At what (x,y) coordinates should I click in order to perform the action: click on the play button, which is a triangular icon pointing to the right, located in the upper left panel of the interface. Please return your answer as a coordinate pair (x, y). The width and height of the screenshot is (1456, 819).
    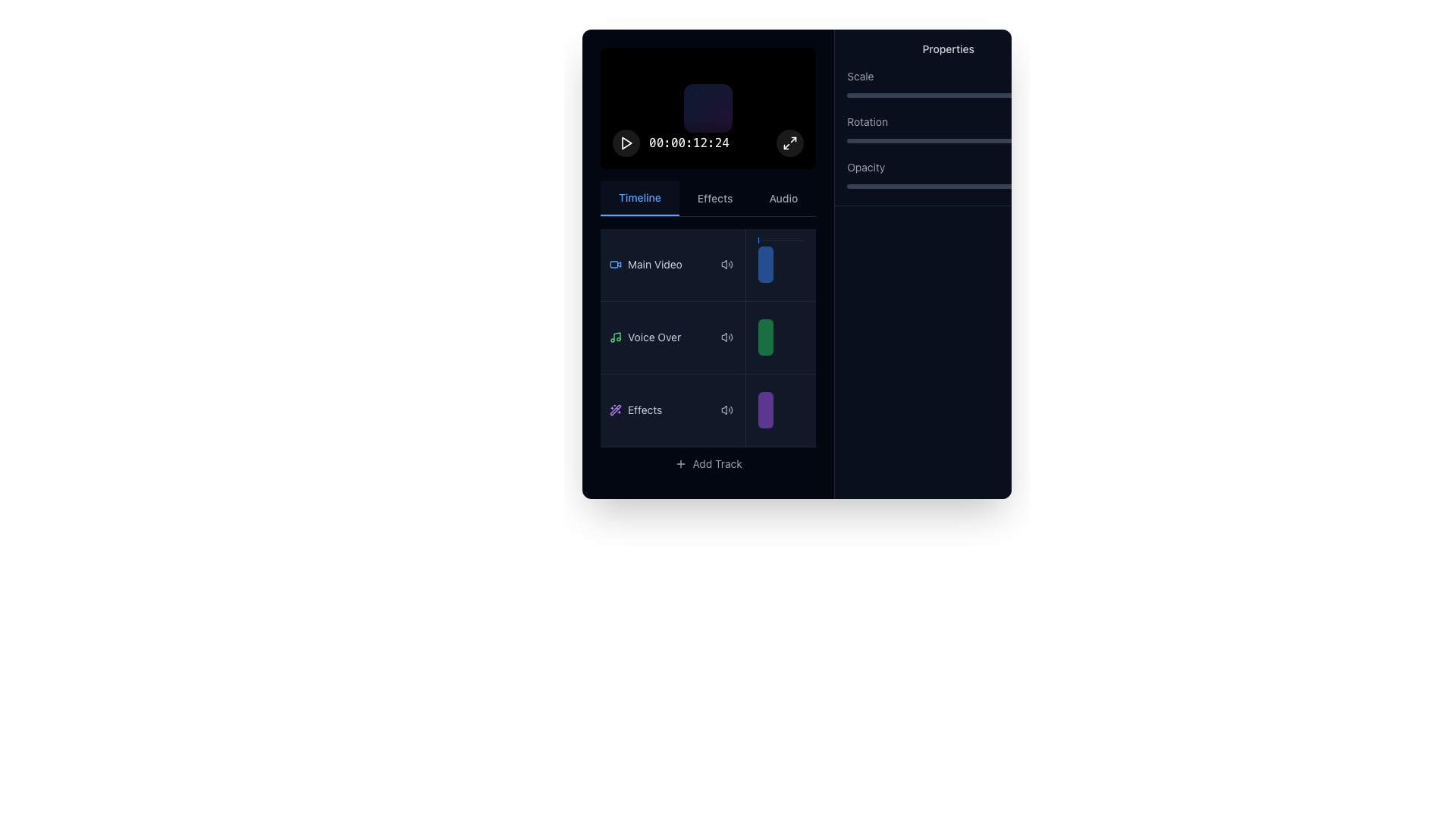
    Looking at the image, I should click on (626, 143).